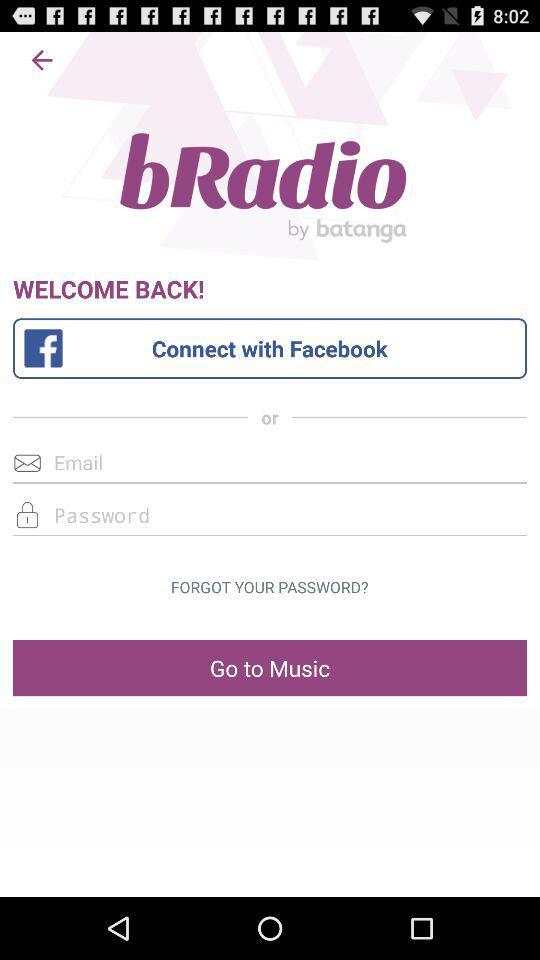 This screenshot has width=540, height=960. I want to click on the item above or, so click(269, 348).